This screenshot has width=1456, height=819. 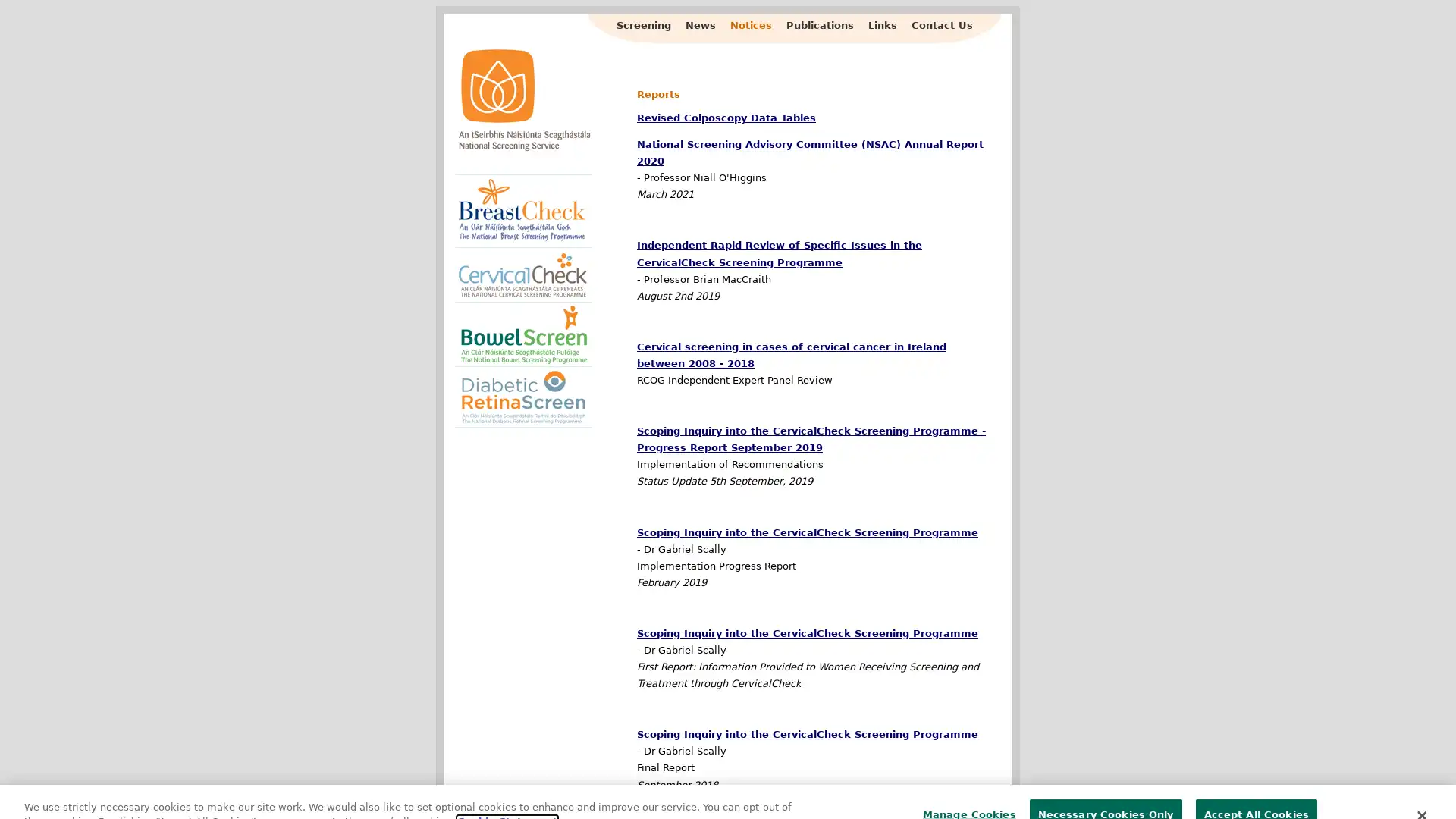 I want to click on Manage Cookies, so click(x=964, y=786).